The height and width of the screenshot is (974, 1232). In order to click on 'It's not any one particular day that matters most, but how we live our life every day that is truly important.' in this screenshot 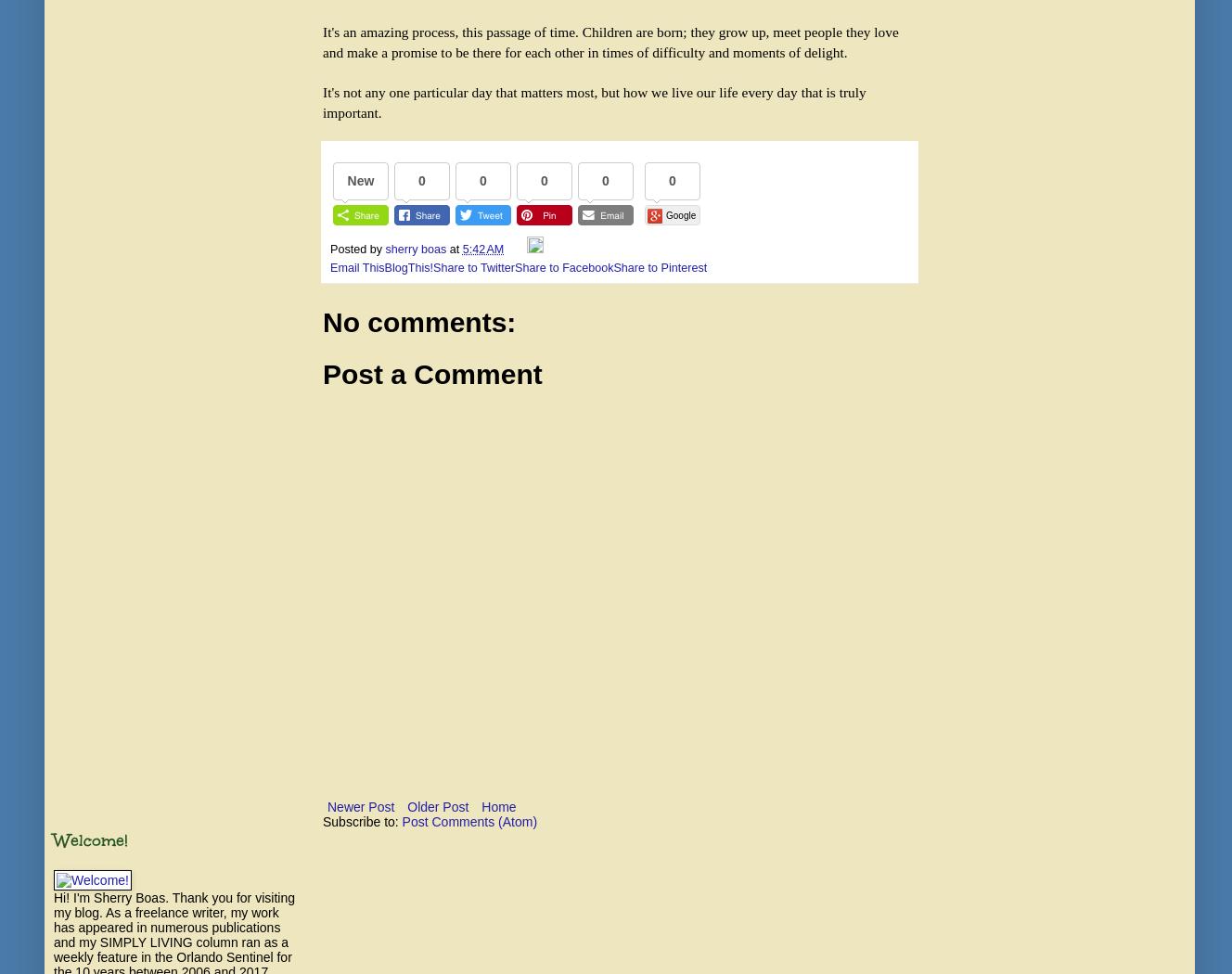, I will do `click(321, 101)`.